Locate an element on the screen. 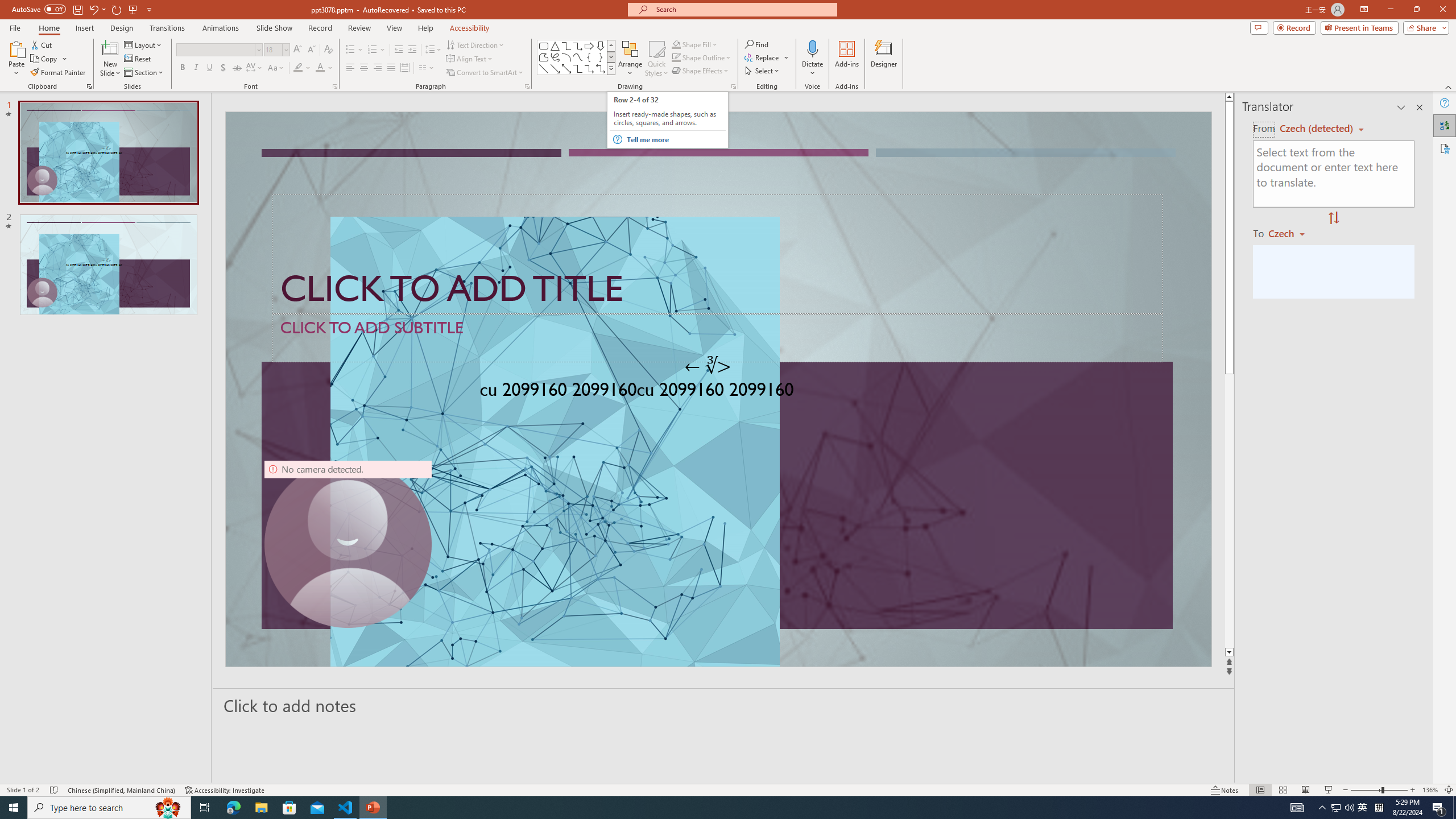 The height and width of the screenshot is (819, 1456). 'Underline' is located at coordinates (209, 67).